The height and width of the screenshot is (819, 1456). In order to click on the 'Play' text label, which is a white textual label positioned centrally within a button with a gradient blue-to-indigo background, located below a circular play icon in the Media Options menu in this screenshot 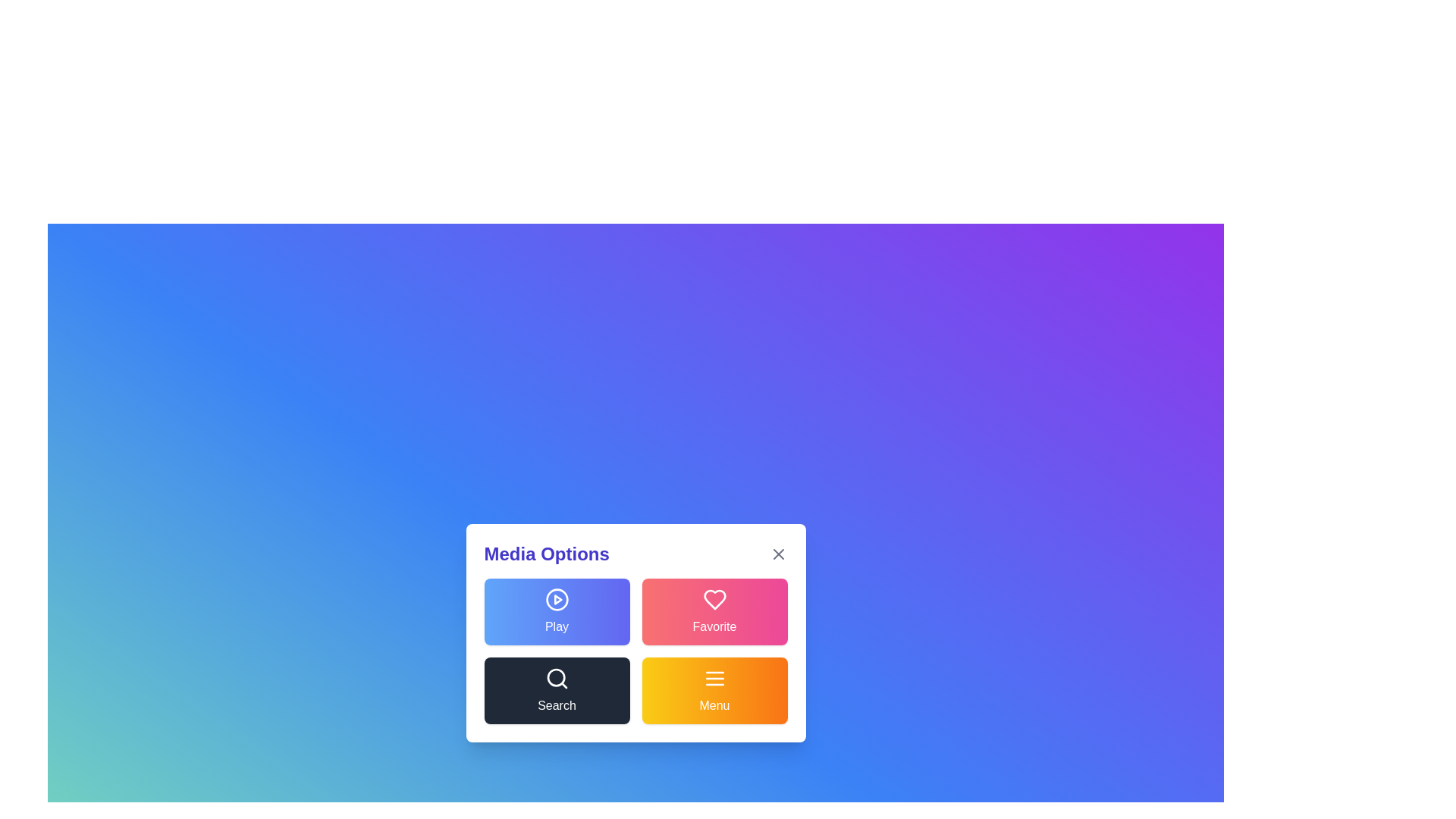, I will do `click(556, 626)`.